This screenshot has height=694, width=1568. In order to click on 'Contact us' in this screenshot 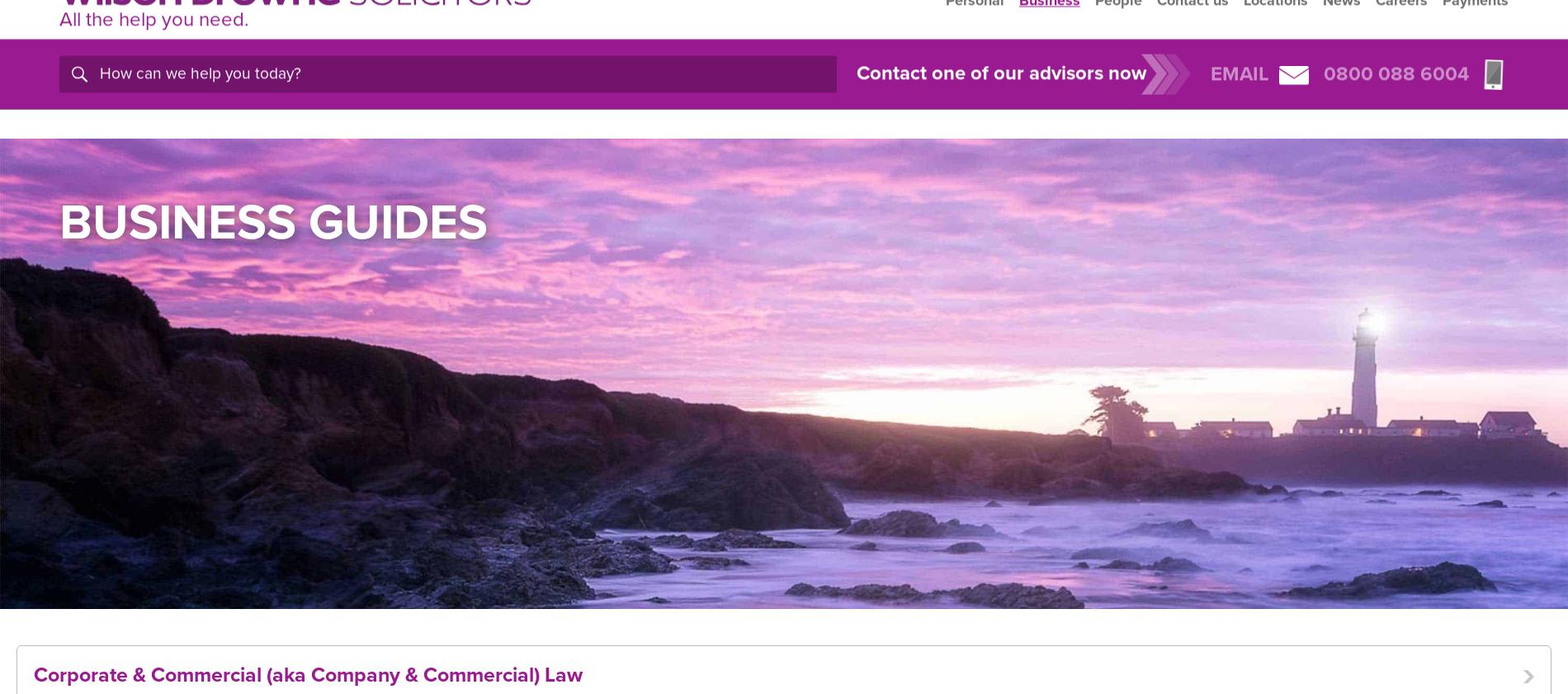, I will do `click(1193, 37)`.